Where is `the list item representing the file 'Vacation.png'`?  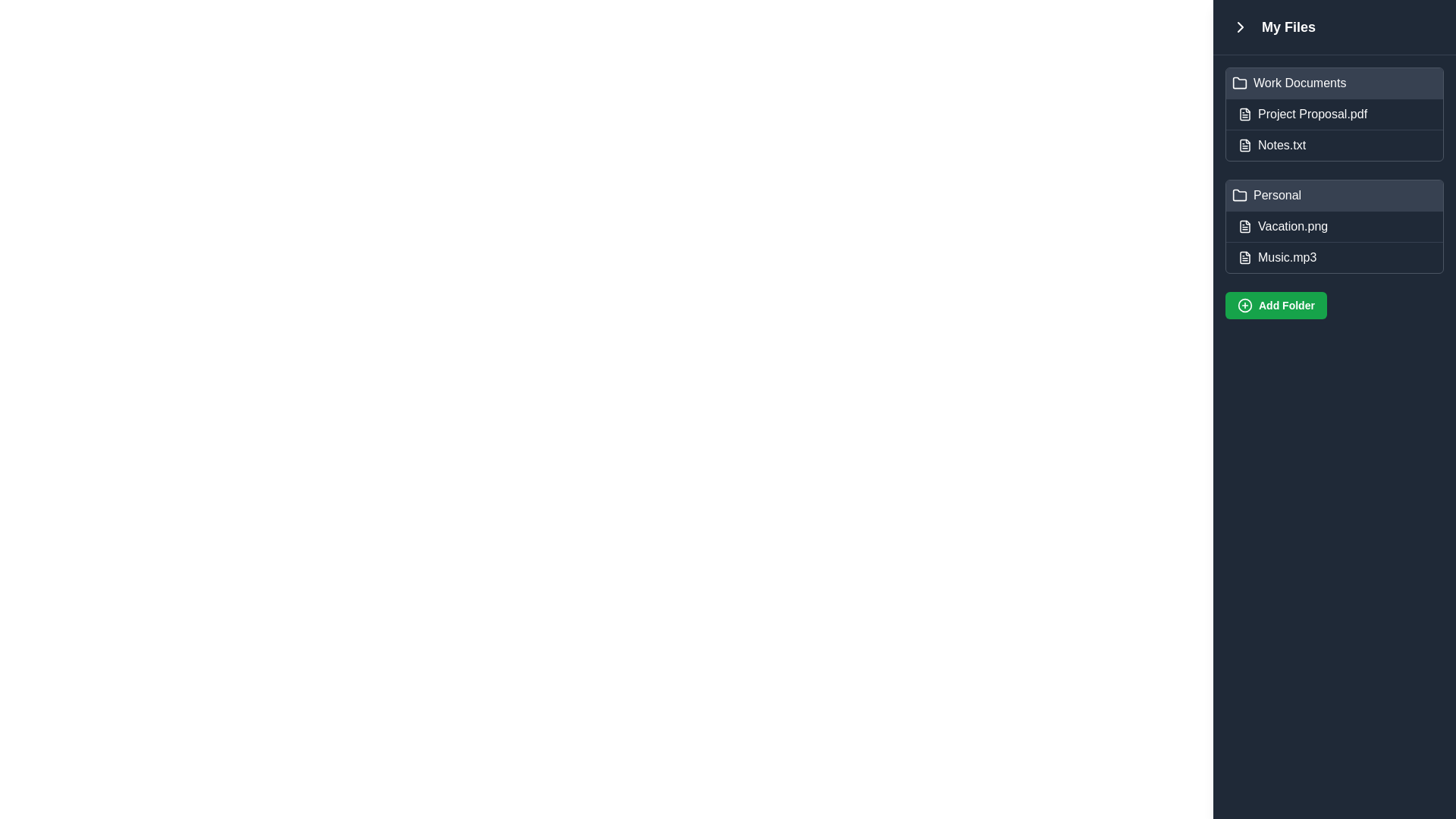 the list item representing the file 'Vacation.png' is located at coordinates (1335, 226).